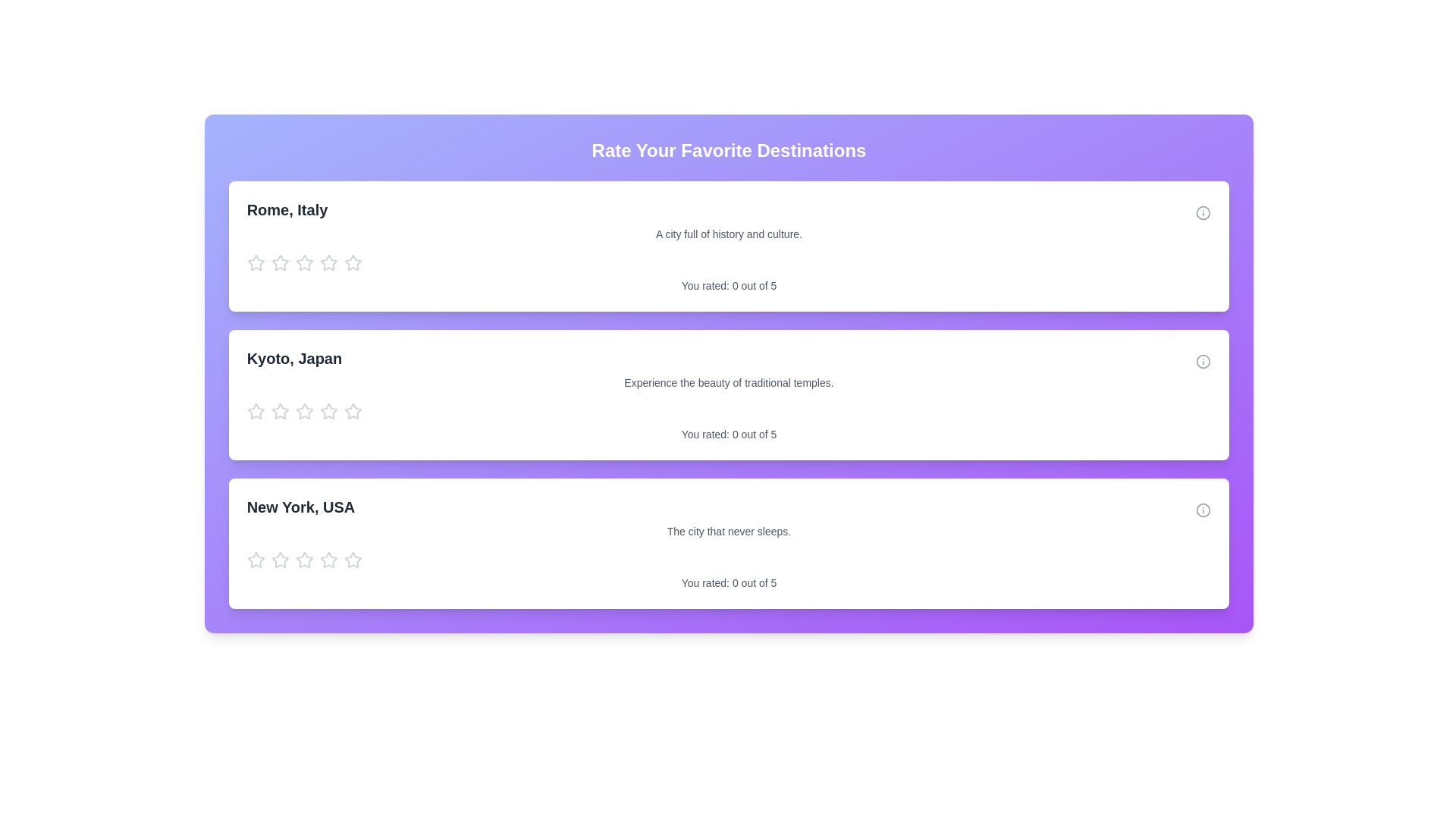 This screenshot has height=819, width=1456. What do you see at coordinates (256, 560) in the screenshot?
I see `the first star in the star rating component to rate 'New York, USA' with a 1-star rating` at bounding box center [256, 560].